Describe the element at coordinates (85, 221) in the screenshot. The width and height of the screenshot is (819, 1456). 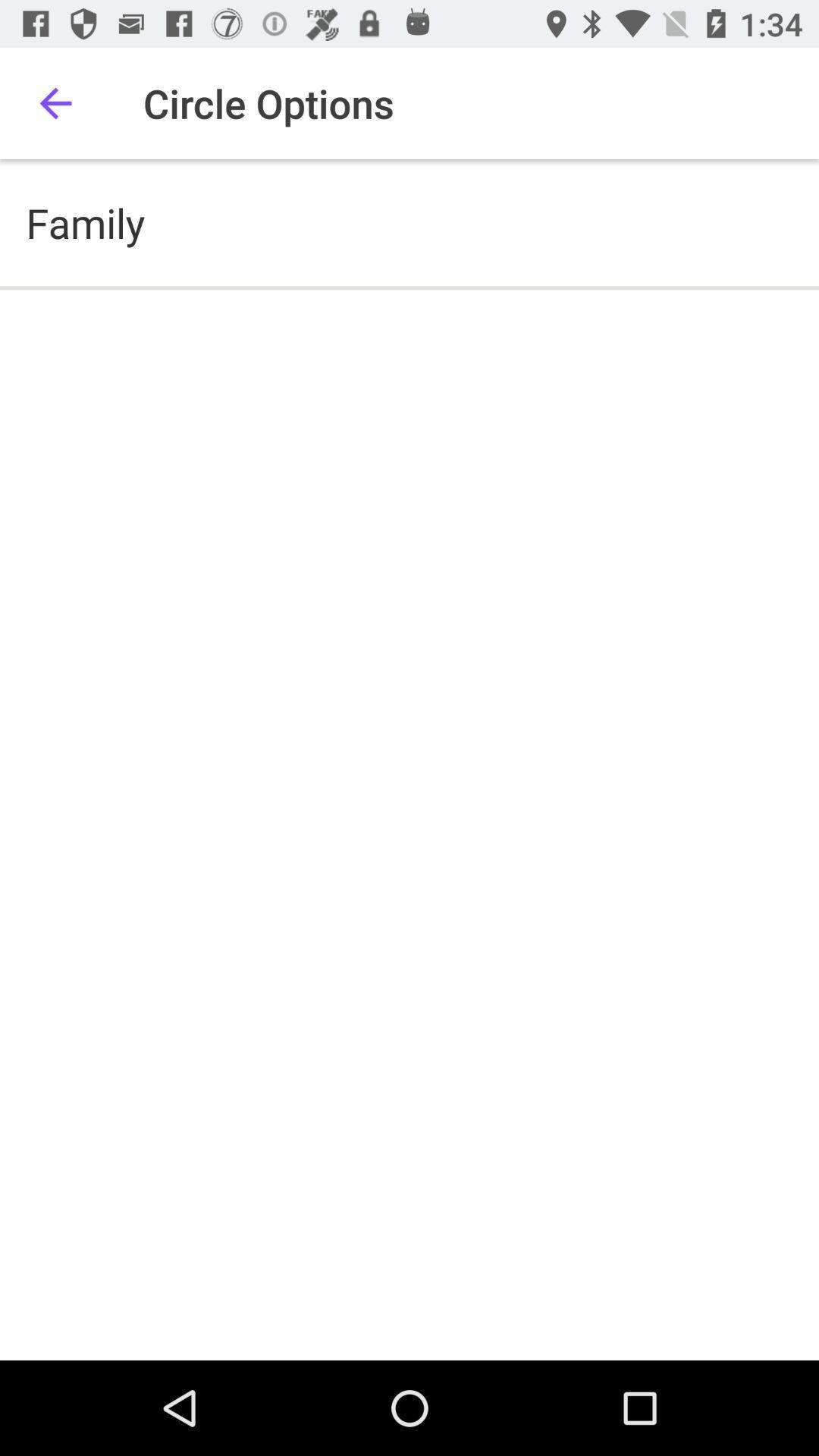
I see `the family item` at that location.